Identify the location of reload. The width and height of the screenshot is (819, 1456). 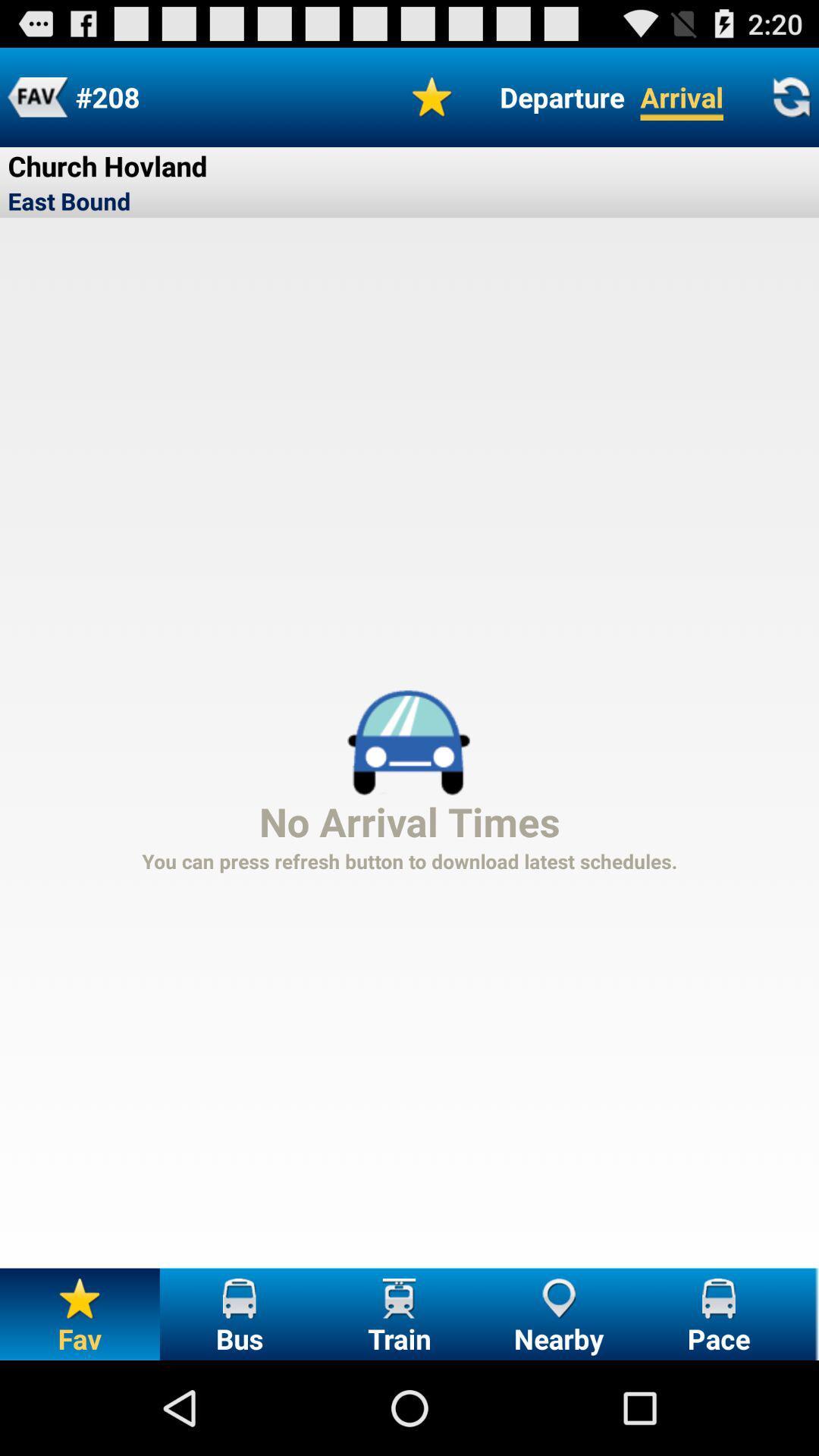
(790, 96).